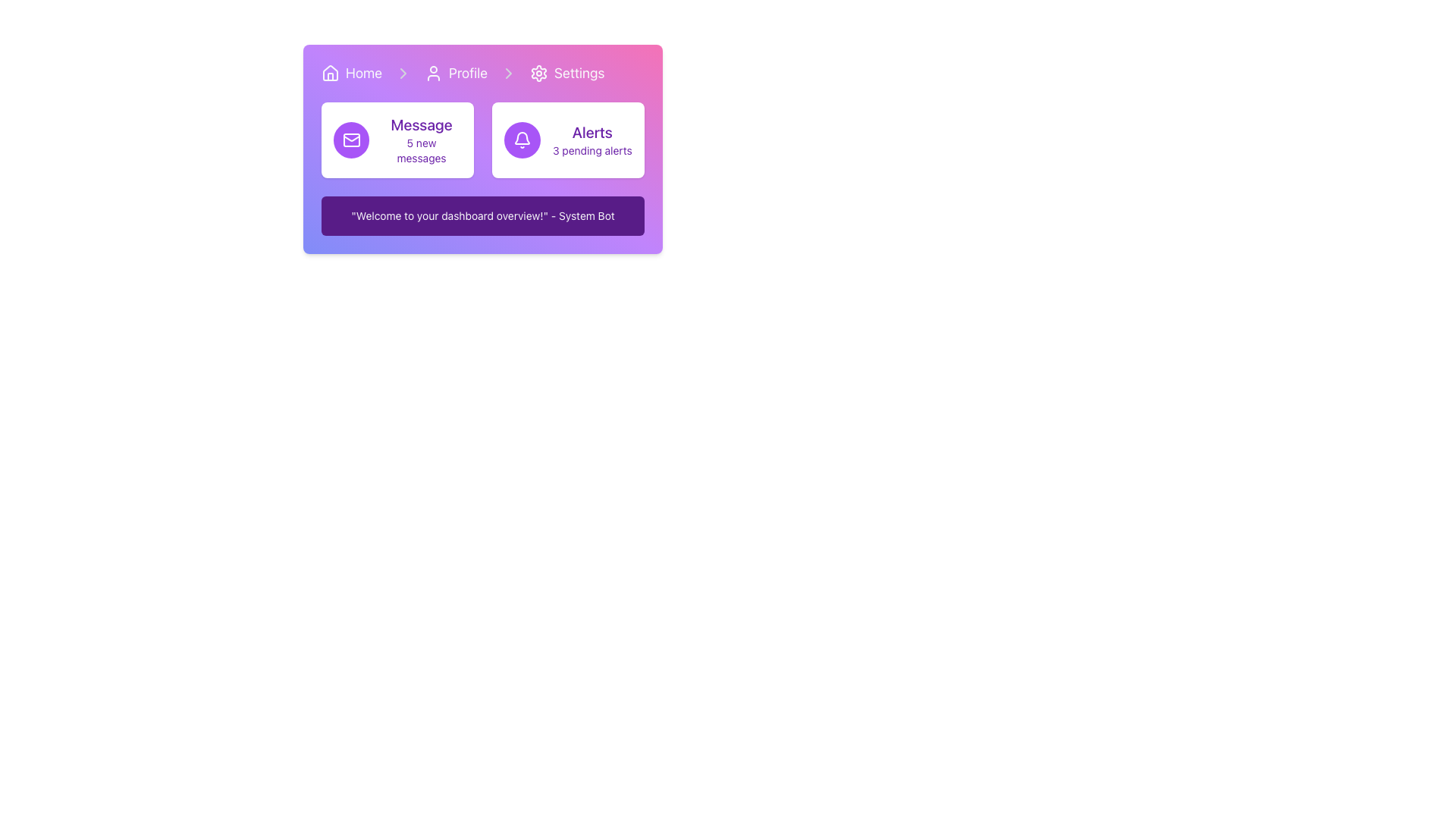 This screenshot has width=1456, height=819. What do you see at coordinates (350, 140) in the screenshot?
I see `the non-interactive Icon Button representing messaging functionality, located at the leftmost side of the 'Message' card` at bounding box center [350, 140].